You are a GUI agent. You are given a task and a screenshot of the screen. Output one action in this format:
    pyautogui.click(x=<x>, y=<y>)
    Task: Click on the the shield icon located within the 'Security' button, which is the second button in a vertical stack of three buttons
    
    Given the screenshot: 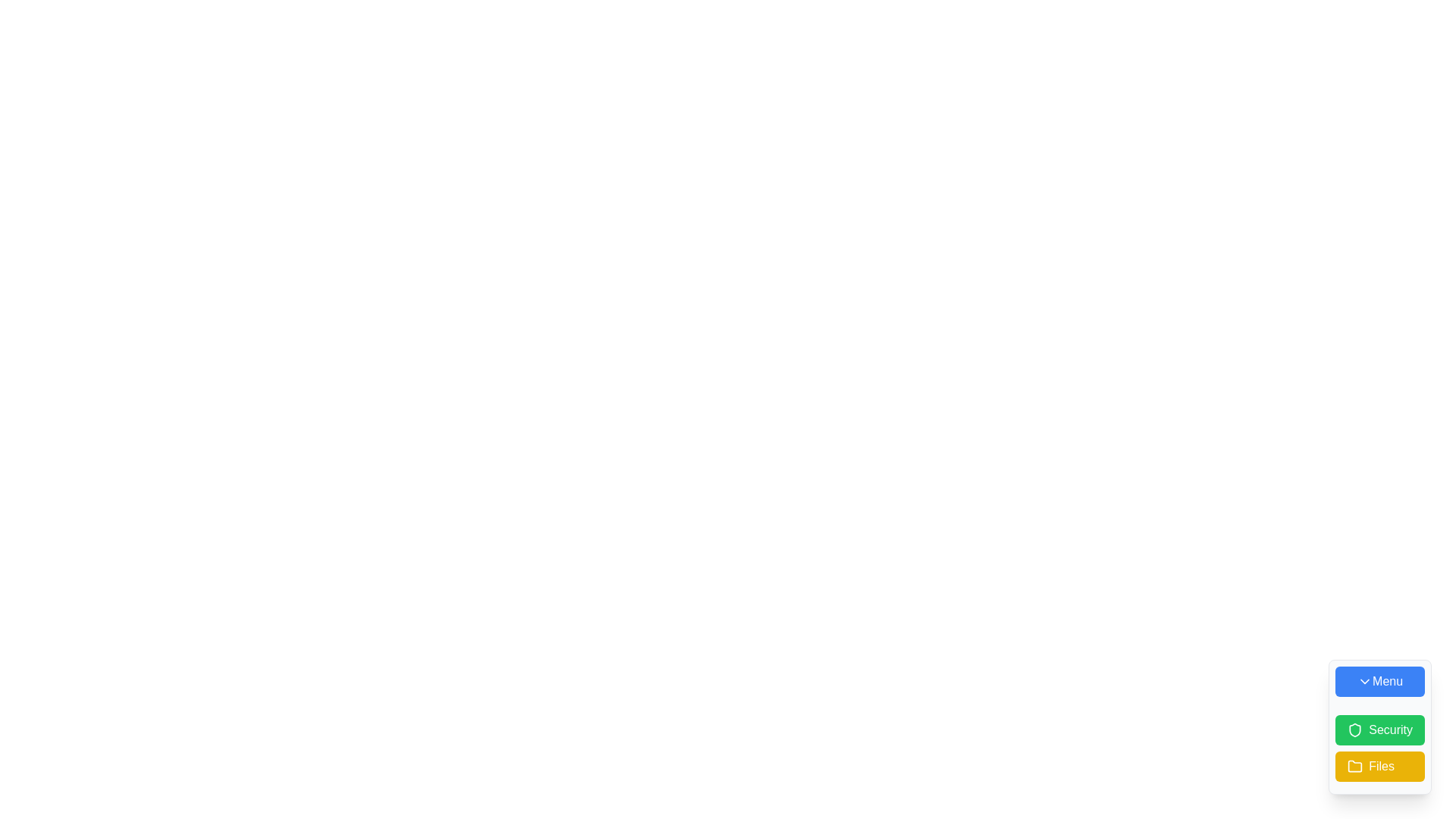 What is the action you would take?
    pyautogui.click(x=1355, y=730)
    